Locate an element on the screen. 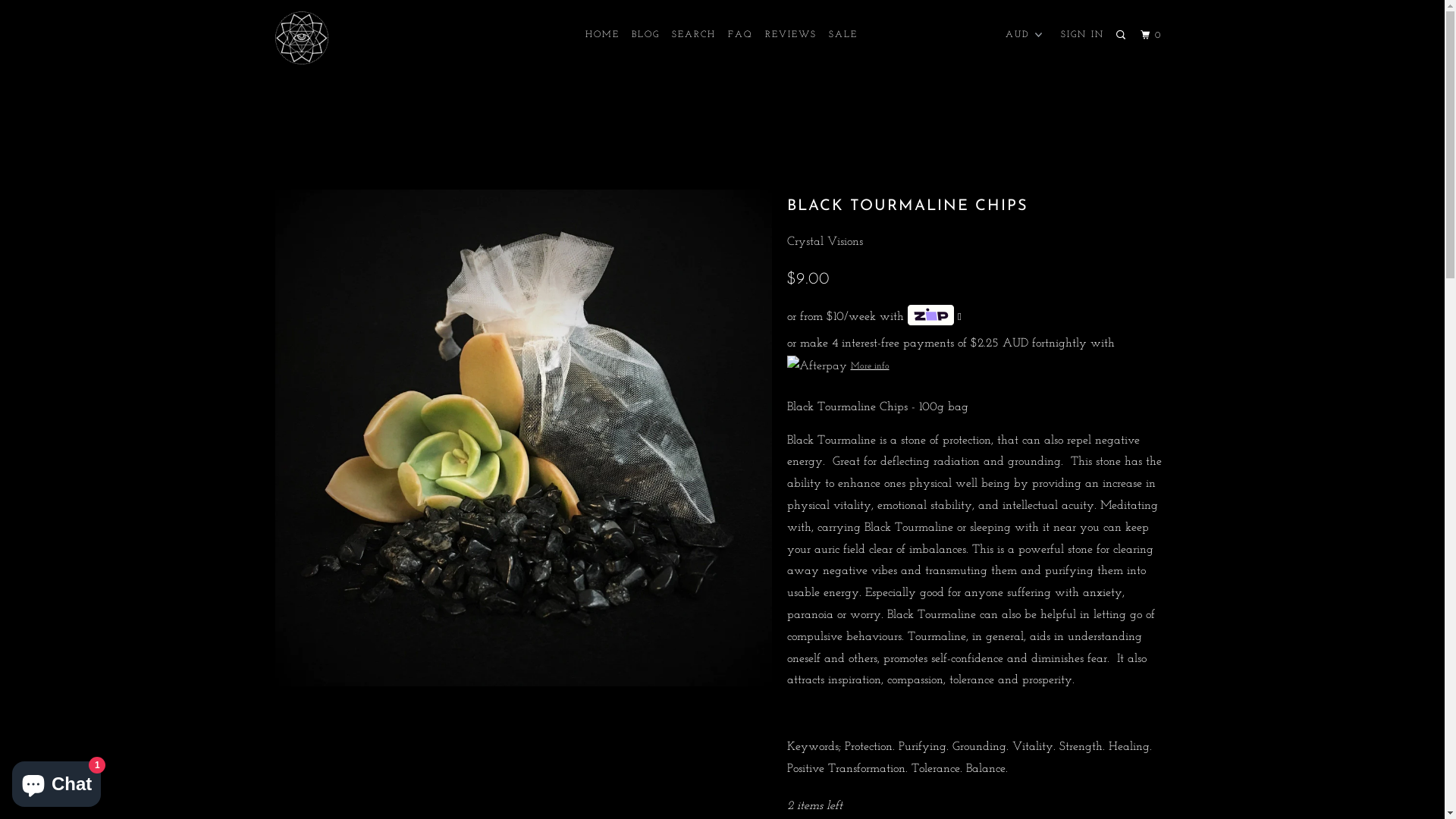 This screenshot has height=819, width=1456. 'Shopify online store chat' is located at coordinates (56, 780).